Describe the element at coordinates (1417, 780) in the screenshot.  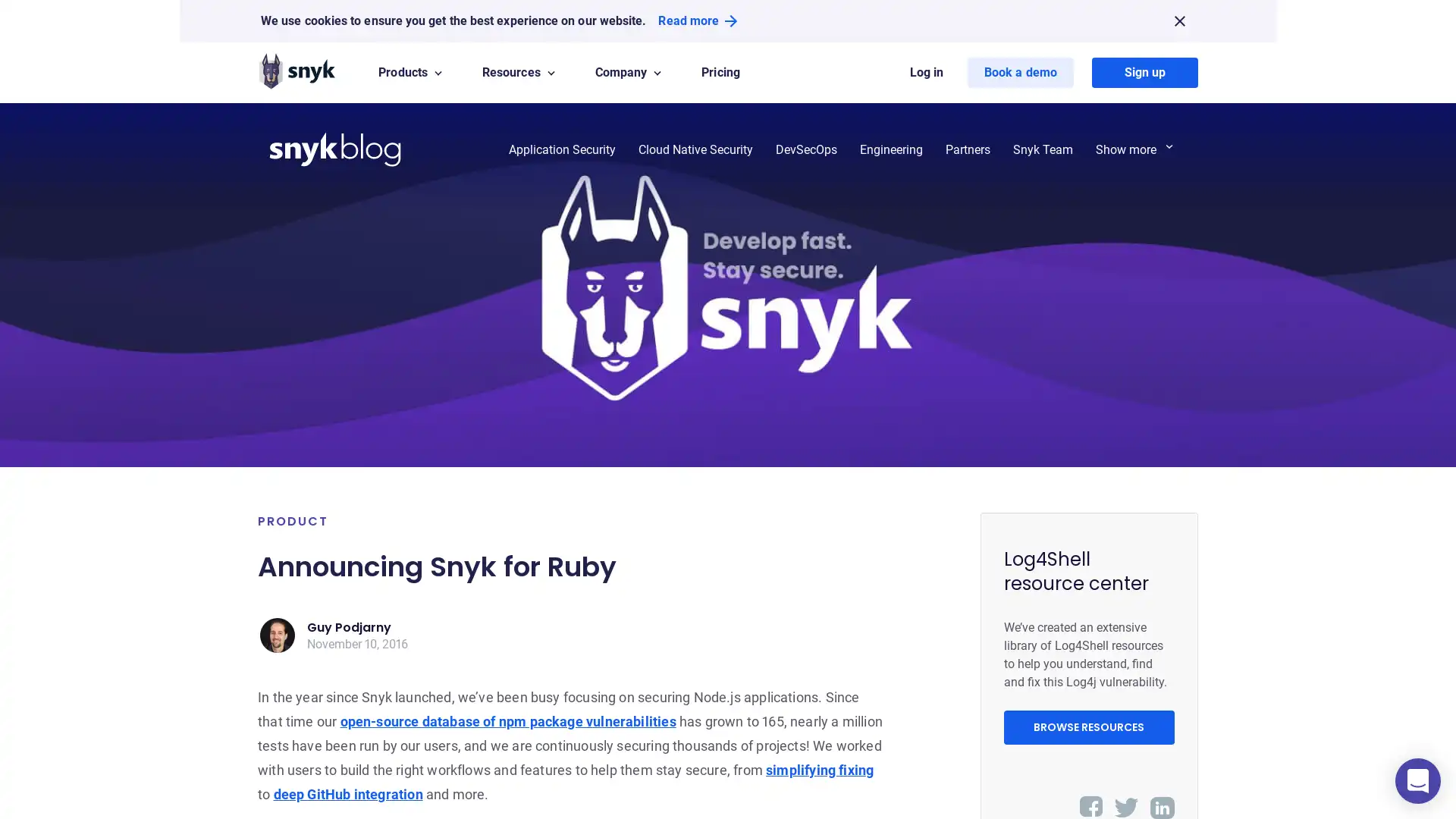
I see `Open Intercom Messenger` at that location.